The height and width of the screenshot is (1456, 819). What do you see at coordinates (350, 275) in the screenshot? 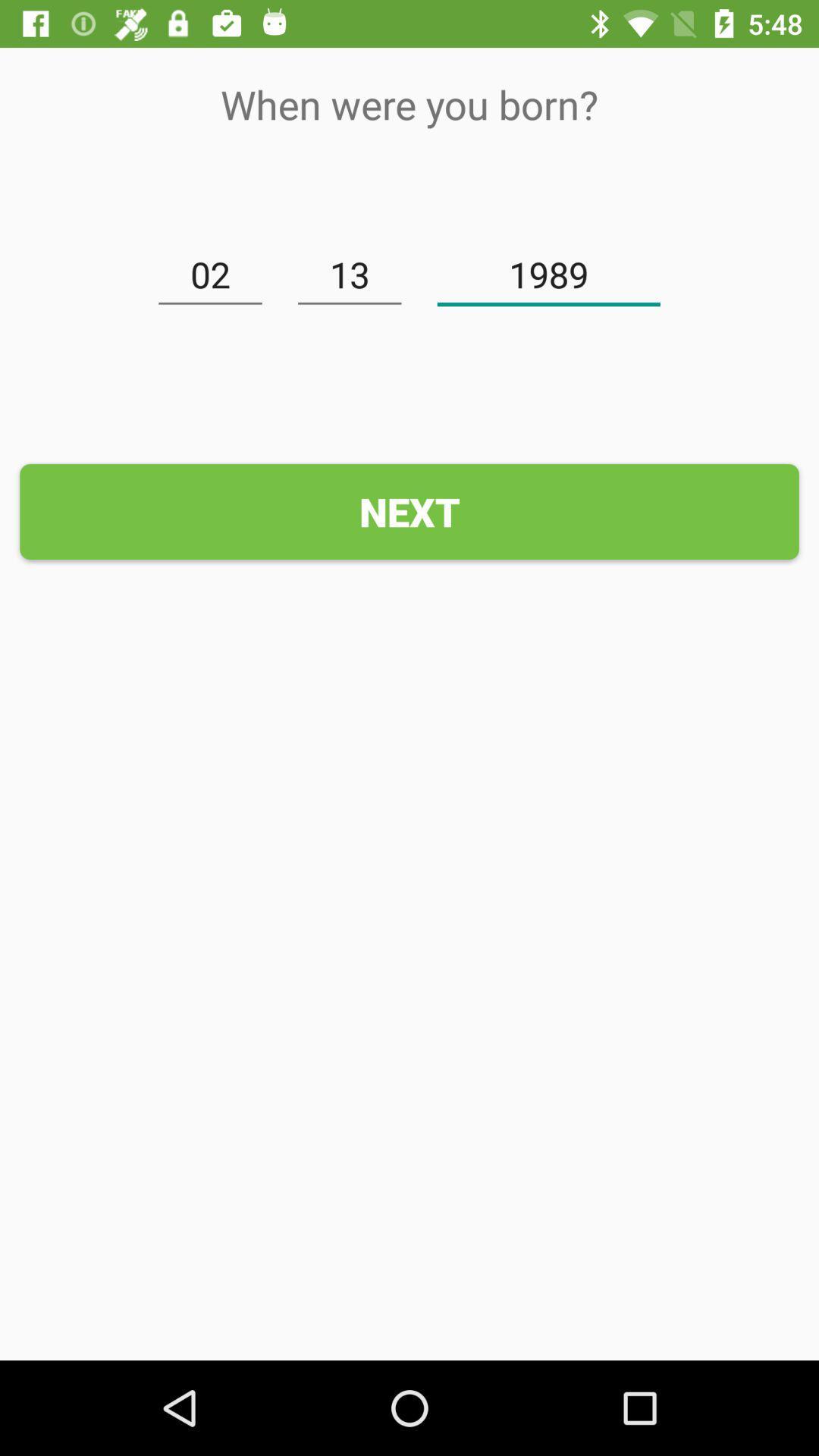
I see `item next to 1989 icon` at bounding box center [350, 275].